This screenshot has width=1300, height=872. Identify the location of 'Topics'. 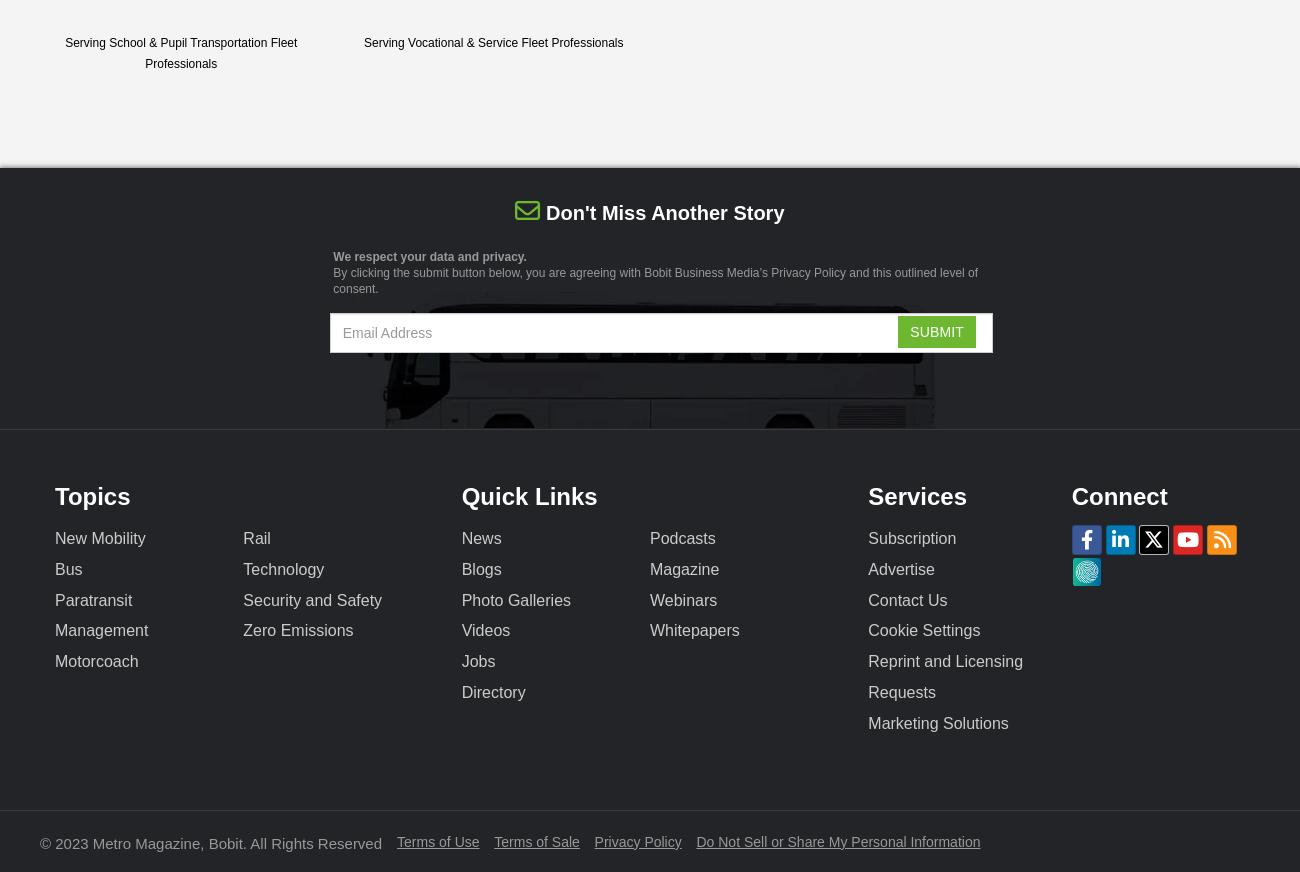
(92, 494).